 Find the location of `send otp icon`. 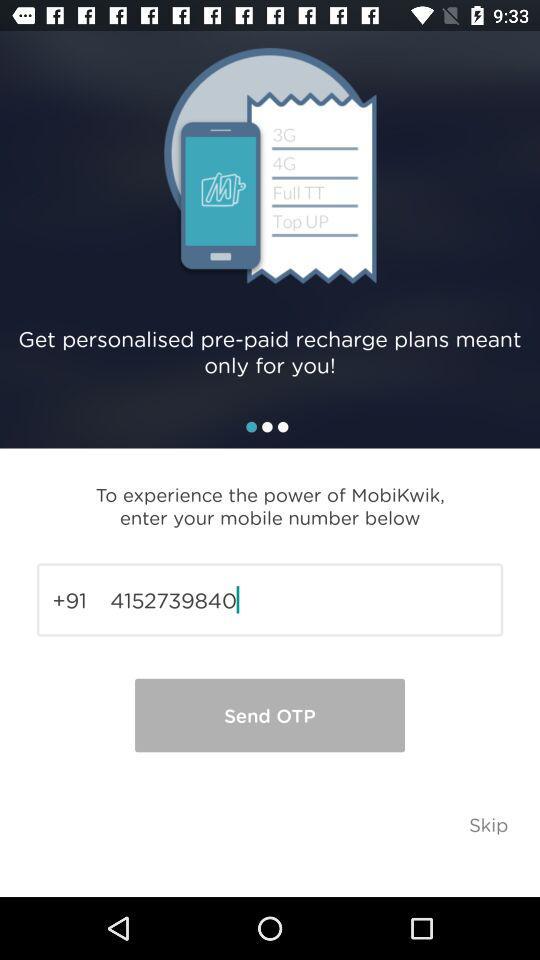

send otp icon is located at coordinates (270, 715).